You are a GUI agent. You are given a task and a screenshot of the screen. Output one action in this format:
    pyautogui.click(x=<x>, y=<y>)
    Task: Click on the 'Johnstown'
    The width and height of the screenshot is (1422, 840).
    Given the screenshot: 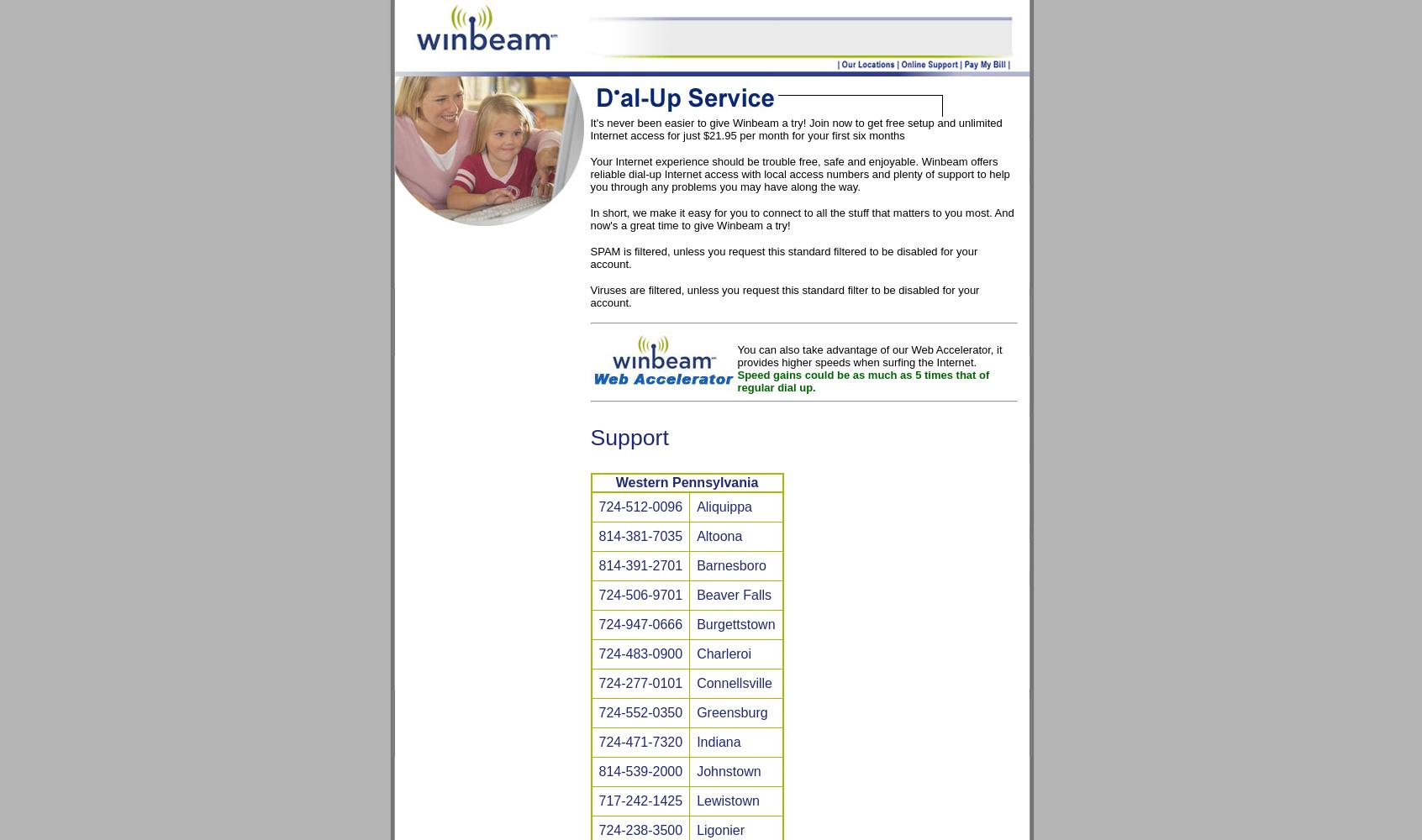 What is the action you would take?
    pyautogui.click(x=697, y=771)
    